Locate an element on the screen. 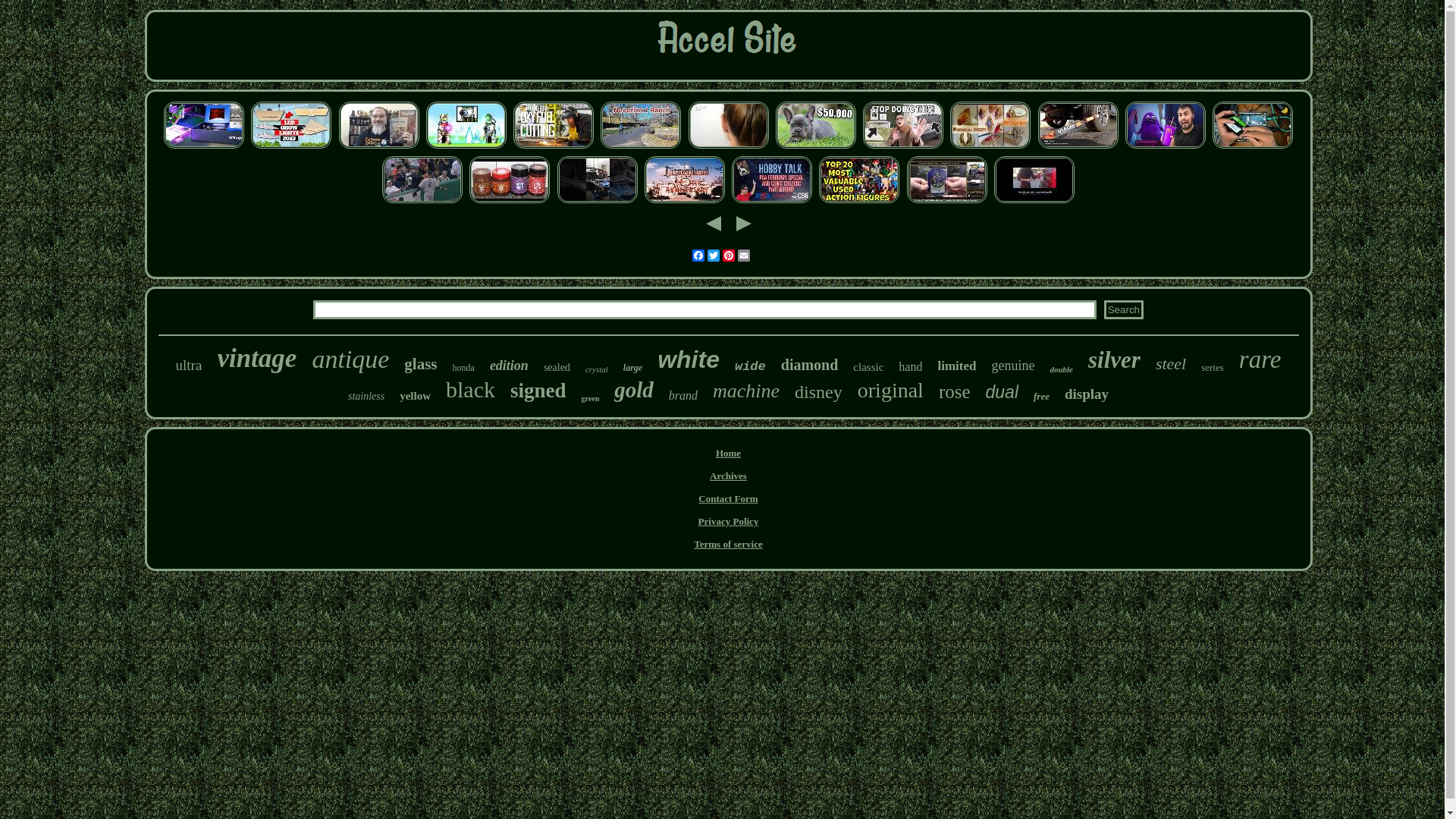 The height and width of the screenshot is (819, 1456). 'green' is located at coordinates (581, 397).